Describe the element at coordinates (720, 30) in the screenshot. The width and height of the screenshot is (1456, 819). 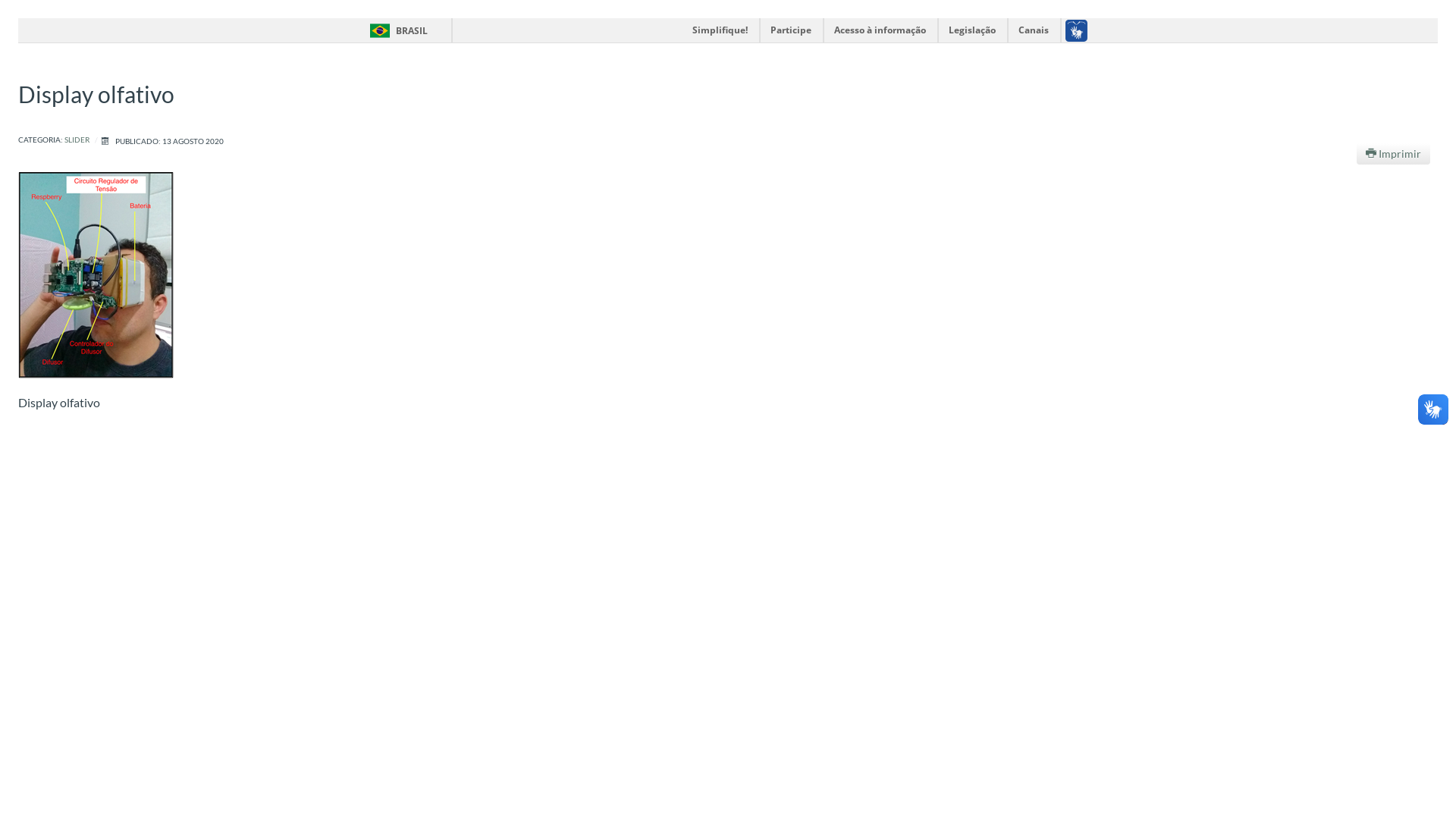
I see `'Simplifique!'` at that location.